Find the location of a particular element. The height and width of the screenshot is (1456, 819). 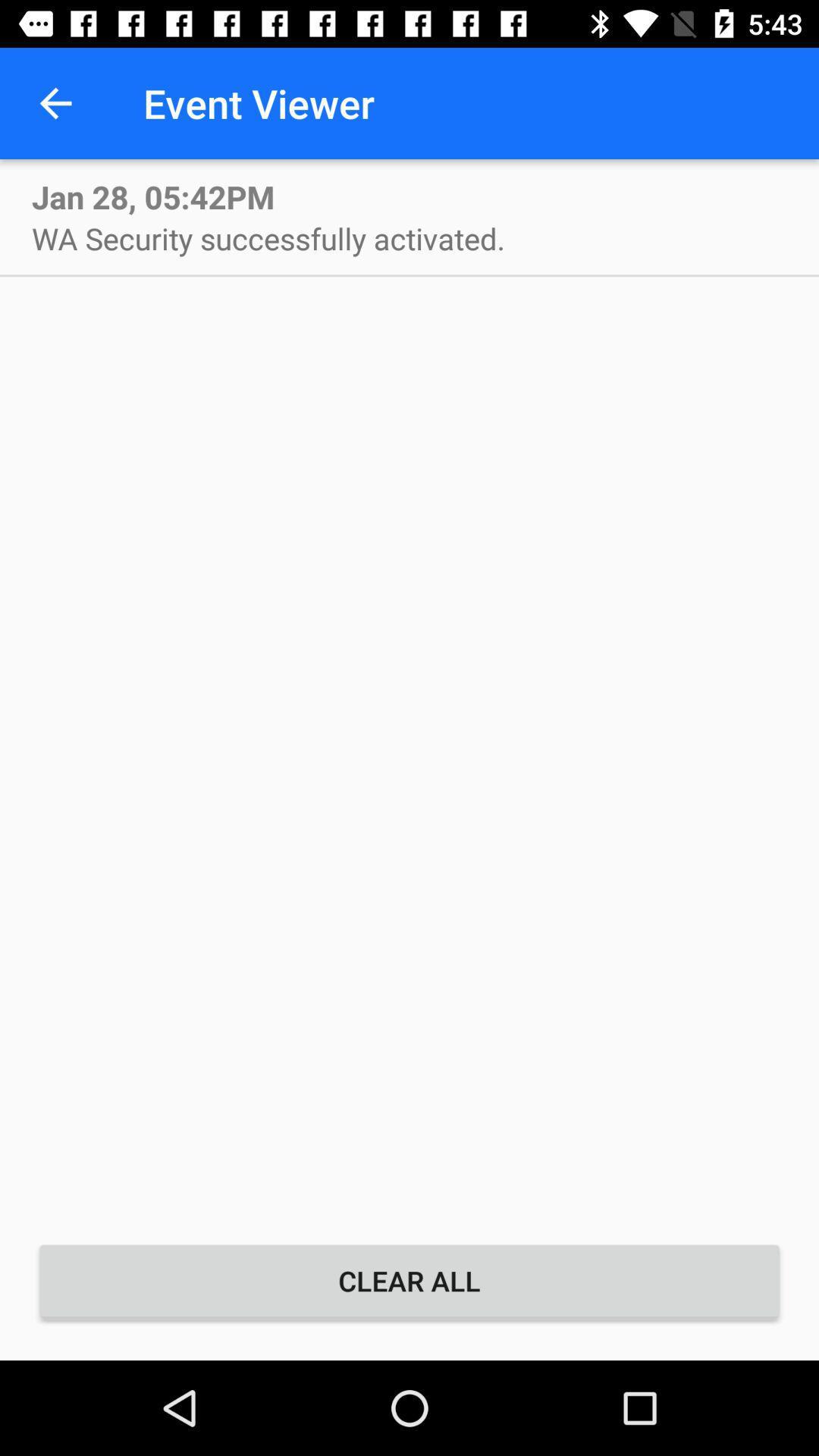

the clear all item is located at coordinates (409, 1280).